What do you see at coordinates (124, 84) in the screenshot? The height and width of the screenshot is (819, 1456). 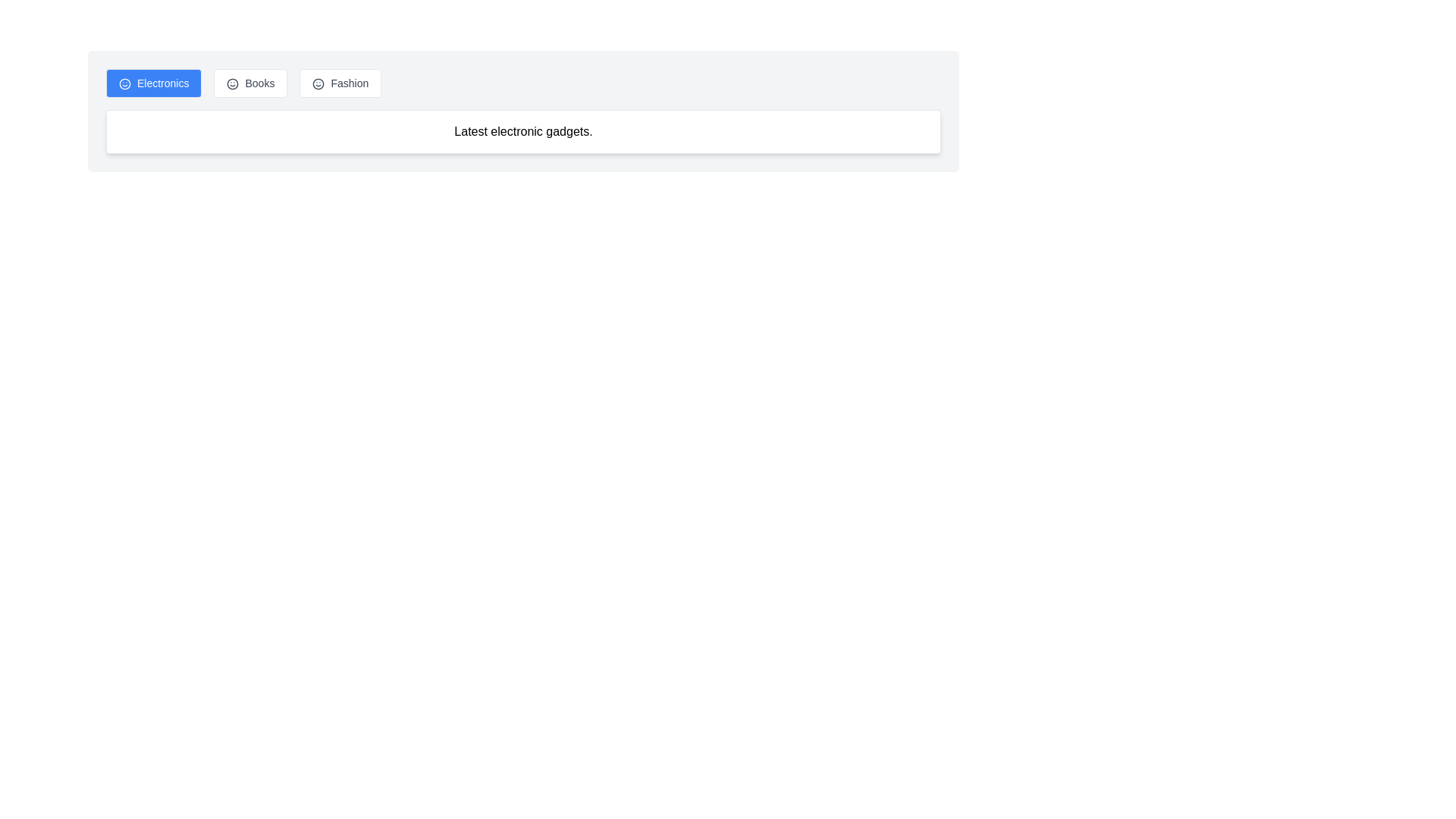 I see `the smiling face SVG icon located to the left of the 'Electronics' button in the header` at bounding box center [124, 84].